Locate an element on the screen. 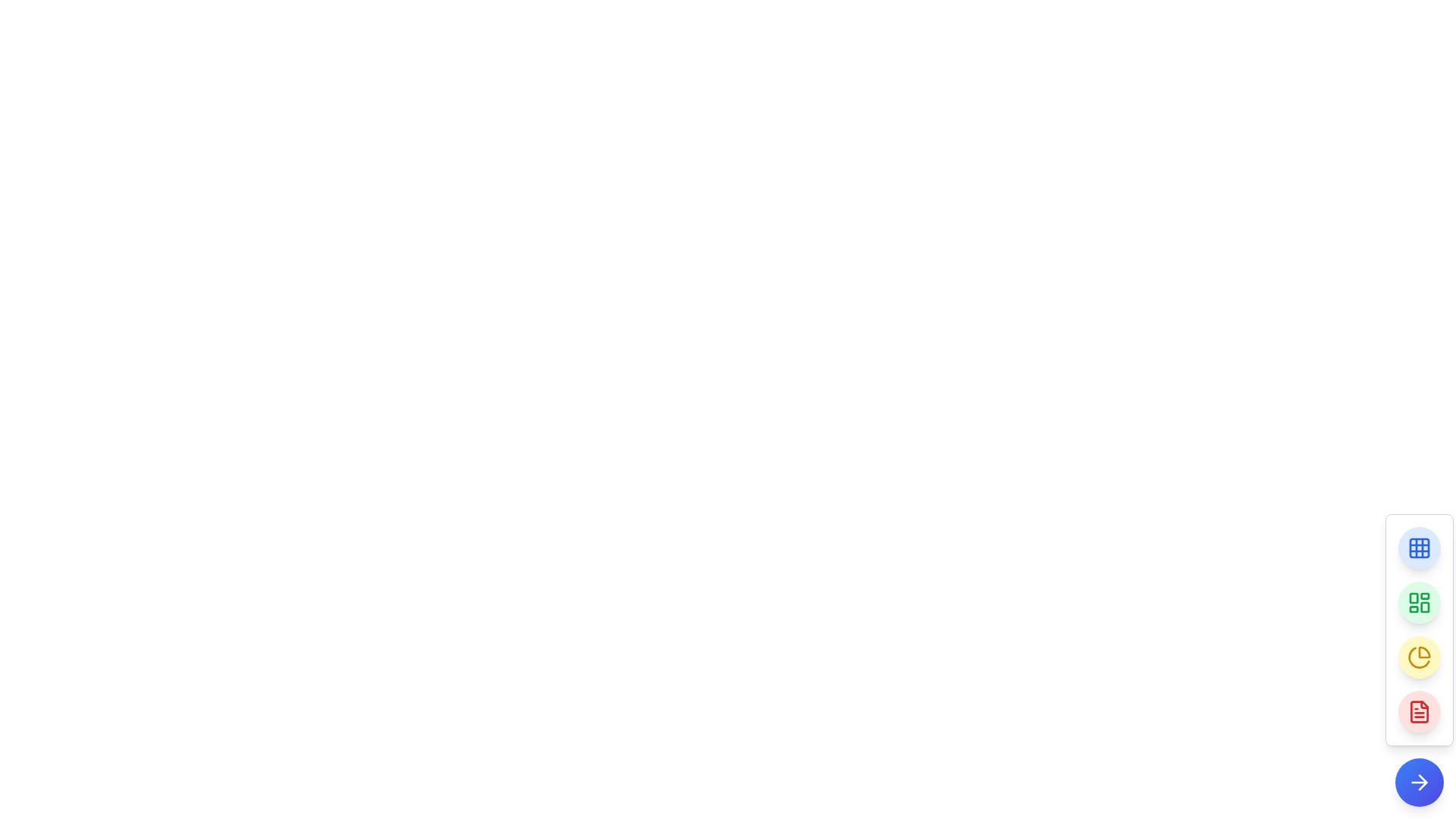 The image size is (1456, 819). the circular button with a blue gradient background and a white arrow pointing to the right is located at coordinates (1419, 783).